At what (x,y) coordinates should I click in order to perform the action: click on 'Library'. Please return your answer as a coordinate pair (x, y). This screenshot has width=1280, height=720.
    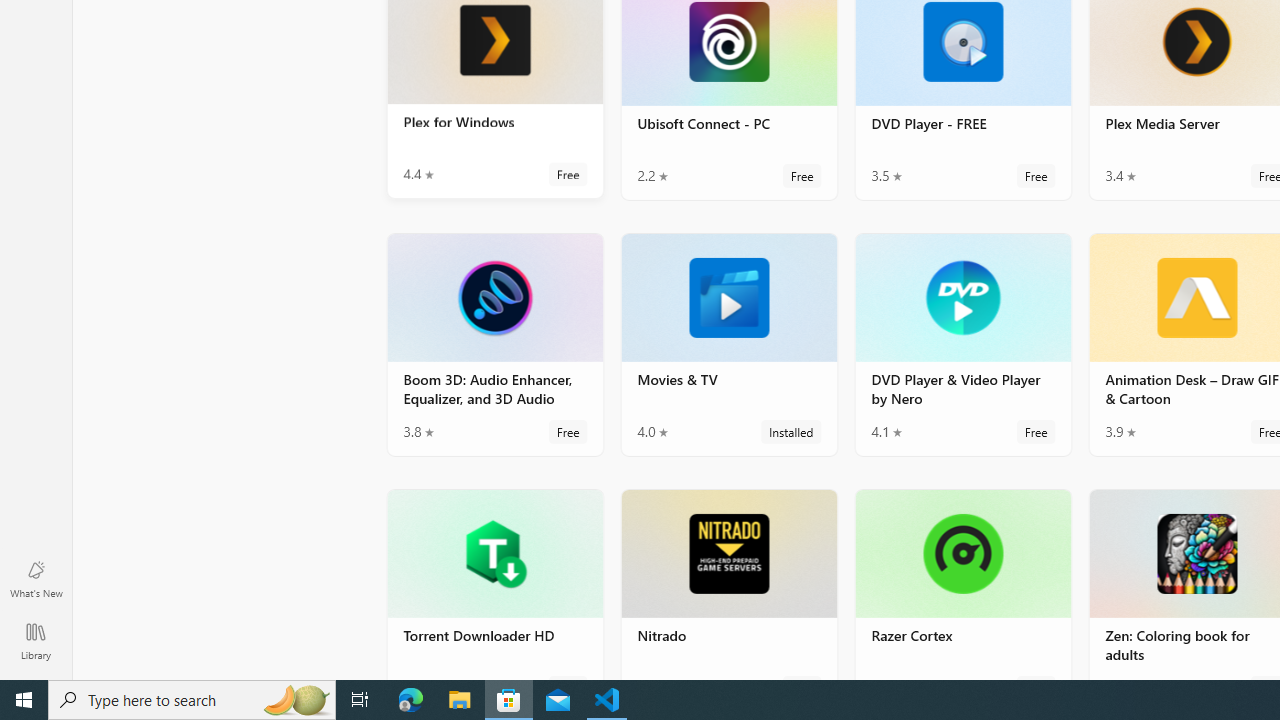
    Looking at the image, I should click on (35, 640).